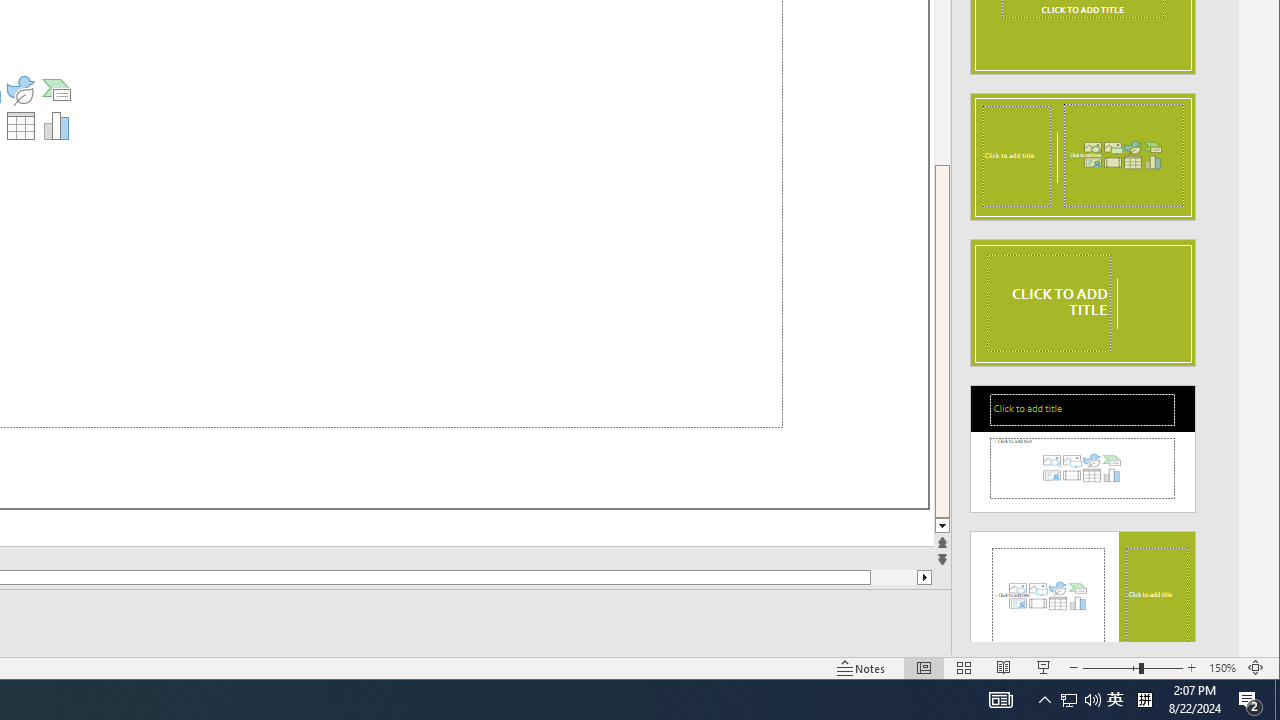  What do you see at coordinates (56, 125) in the screenshot?
I see `'Insert Chart'` at bounding box center [56, 125].